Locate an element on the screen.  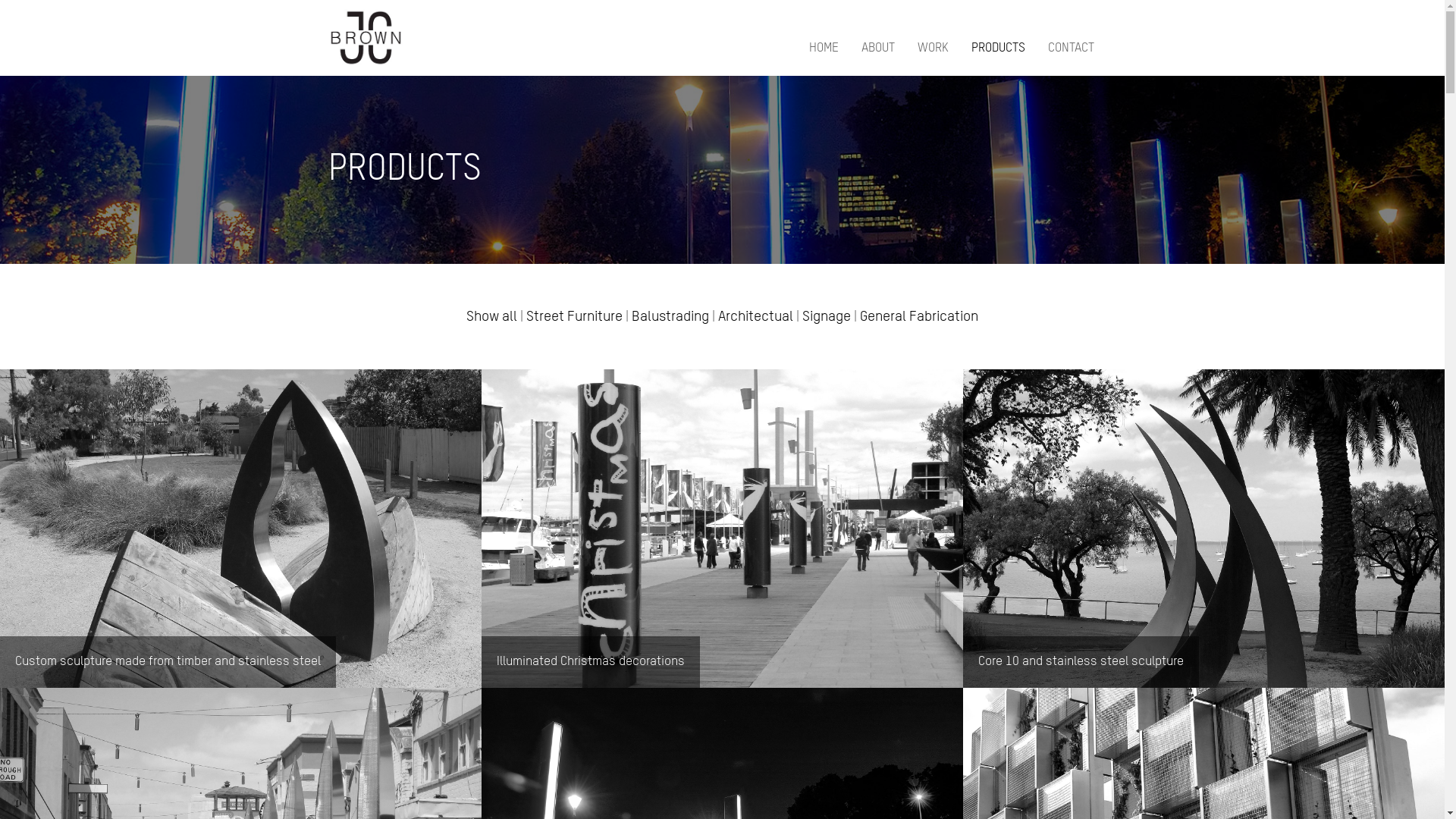
'CONTACT' is located at coordinates (1047, 49).